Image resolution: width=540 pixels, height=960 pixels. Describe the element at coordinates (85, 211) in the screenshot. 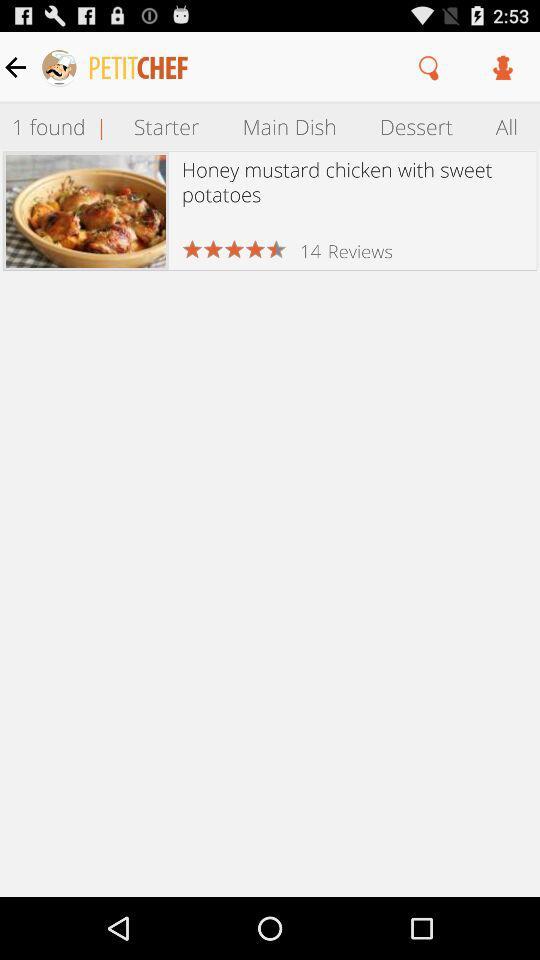

I see `icon below 1 found` at that location.